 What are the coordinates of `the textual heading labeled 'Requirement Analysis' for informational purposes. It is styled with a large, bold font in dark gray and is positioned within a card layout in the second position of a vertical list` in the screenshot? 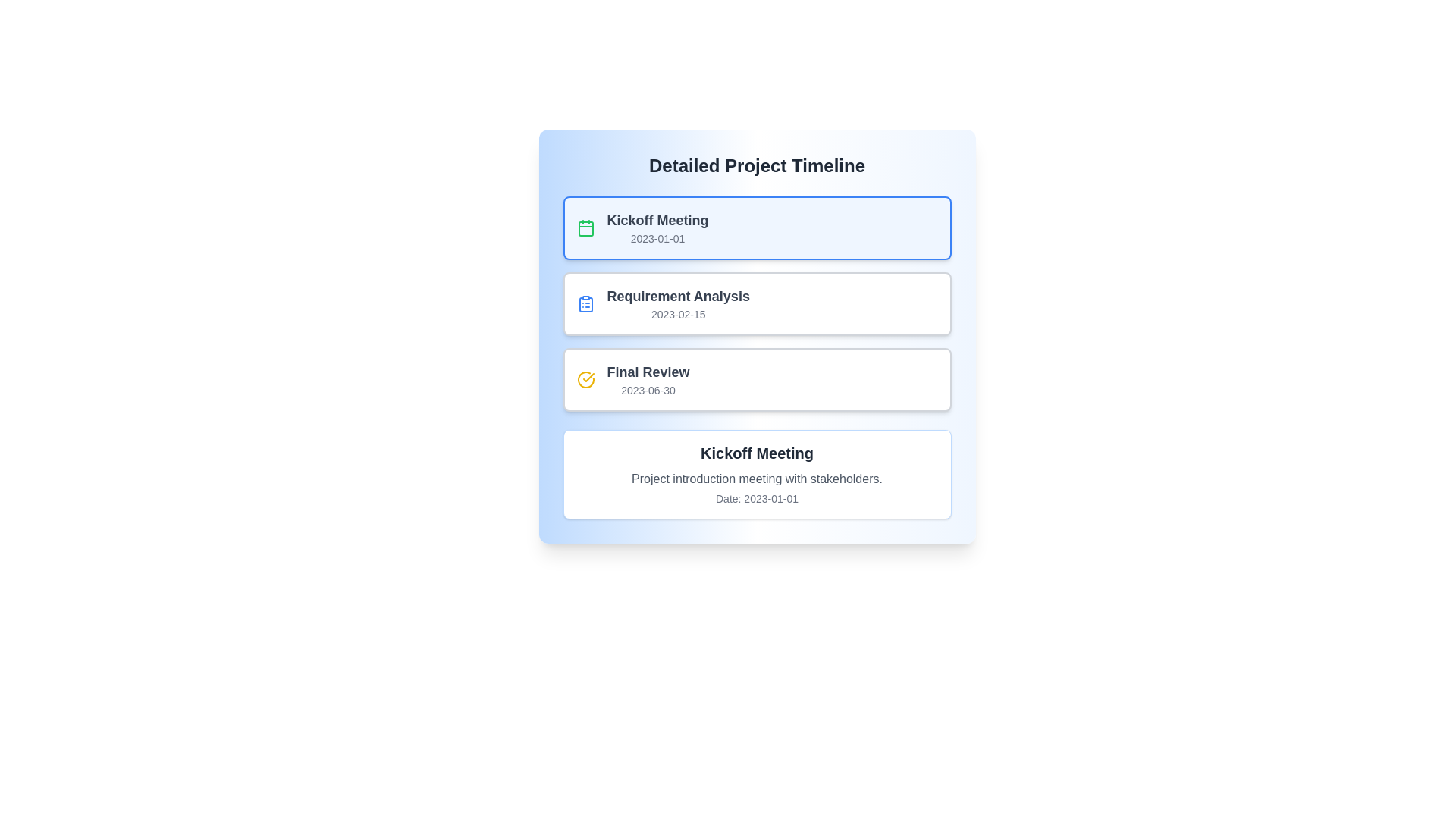 It's located at (677, 296).